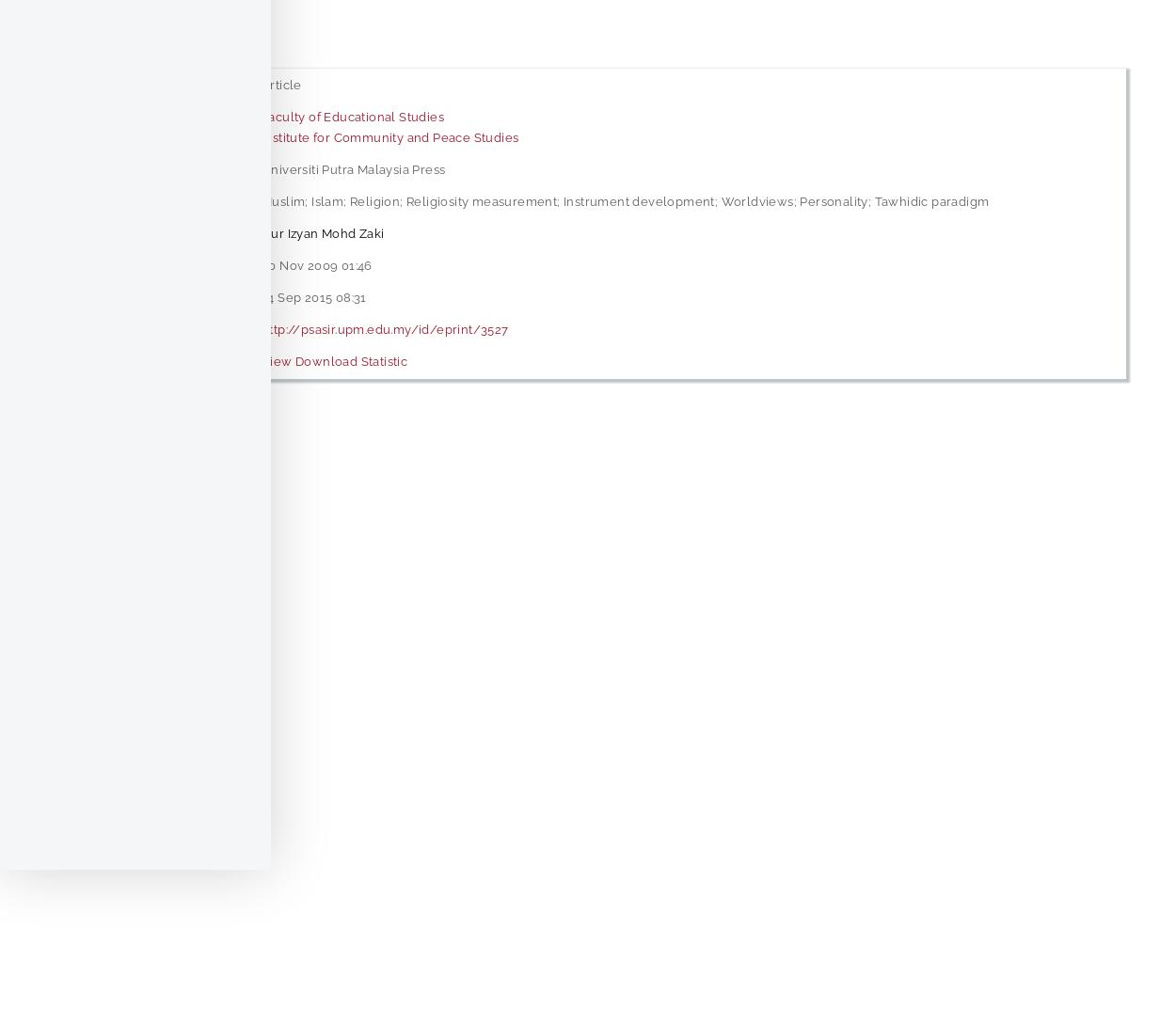 This screenshot has height=1011, width=1176. I want to click on 'Institute for Community and Peace Studies', so click(389, 135).